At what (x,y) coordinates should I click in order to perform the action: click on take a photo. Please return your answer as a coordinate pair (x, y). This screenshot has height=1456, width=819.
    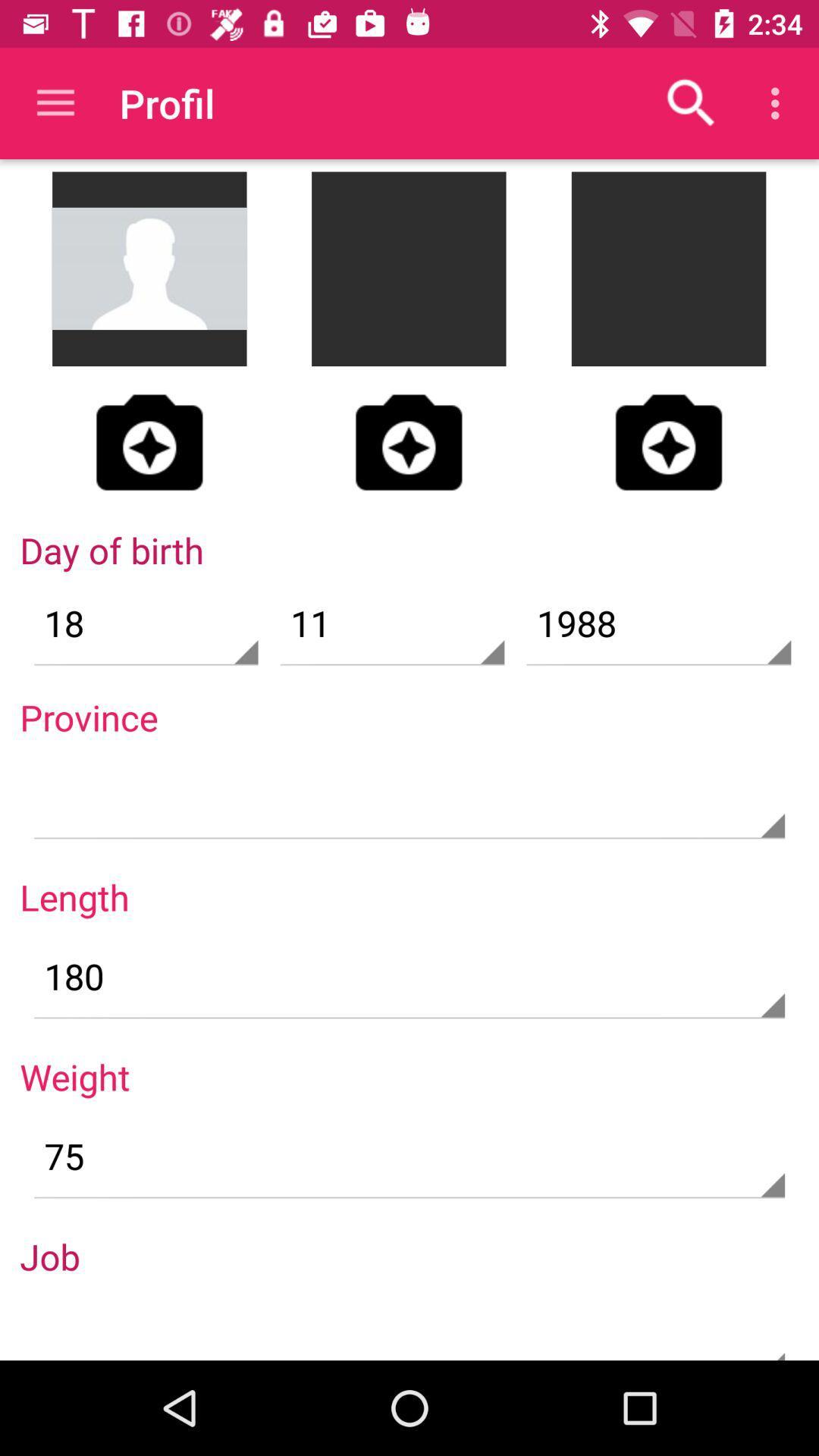
    Looking at the image, I should click on (149, 441).